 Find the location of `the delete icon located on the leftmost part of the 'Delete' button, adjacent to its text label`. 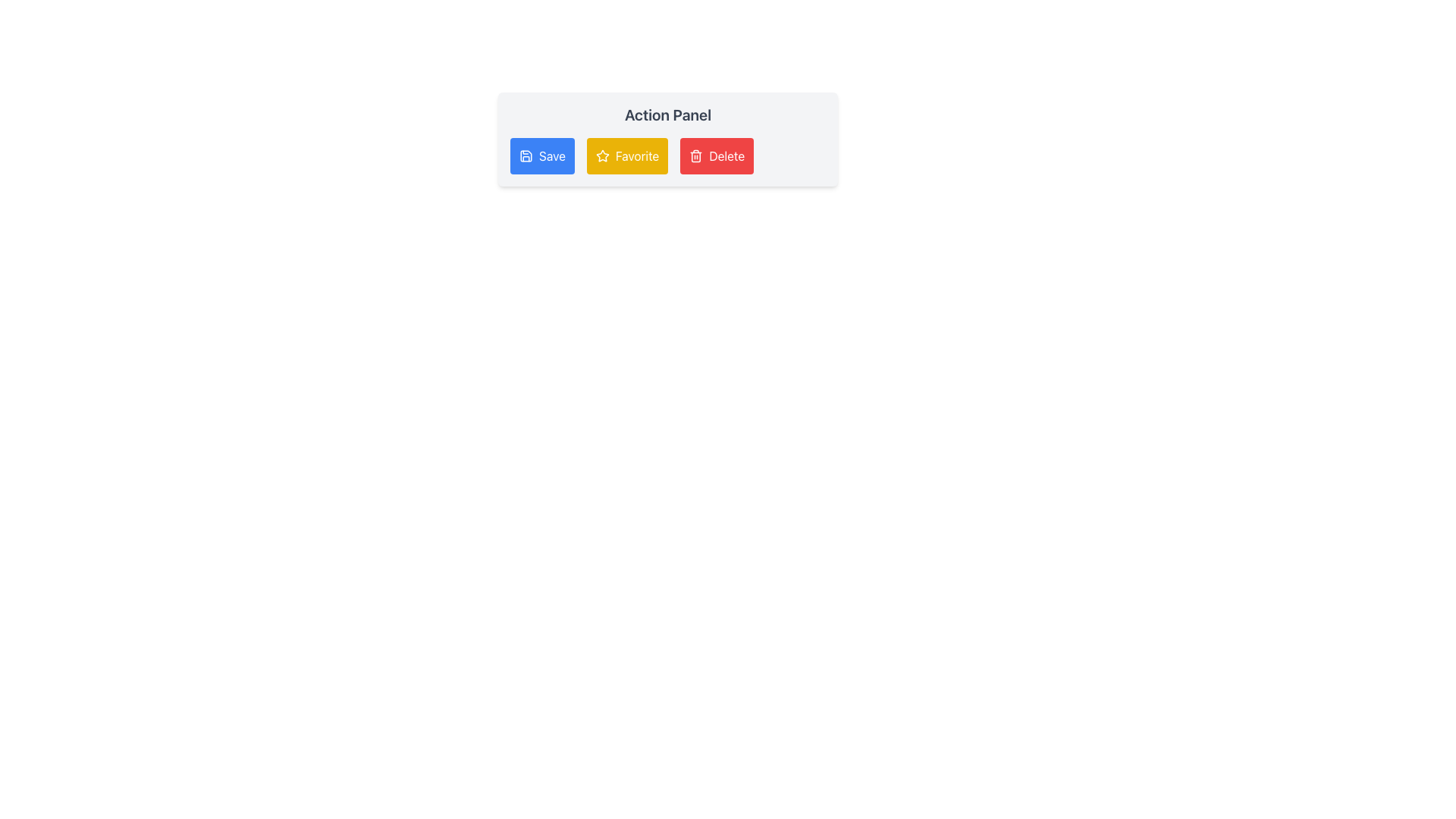

the delete icon located on the leftmost part of the 'Delete' button, adjacent to its text label is located at coordinates (695, 155).